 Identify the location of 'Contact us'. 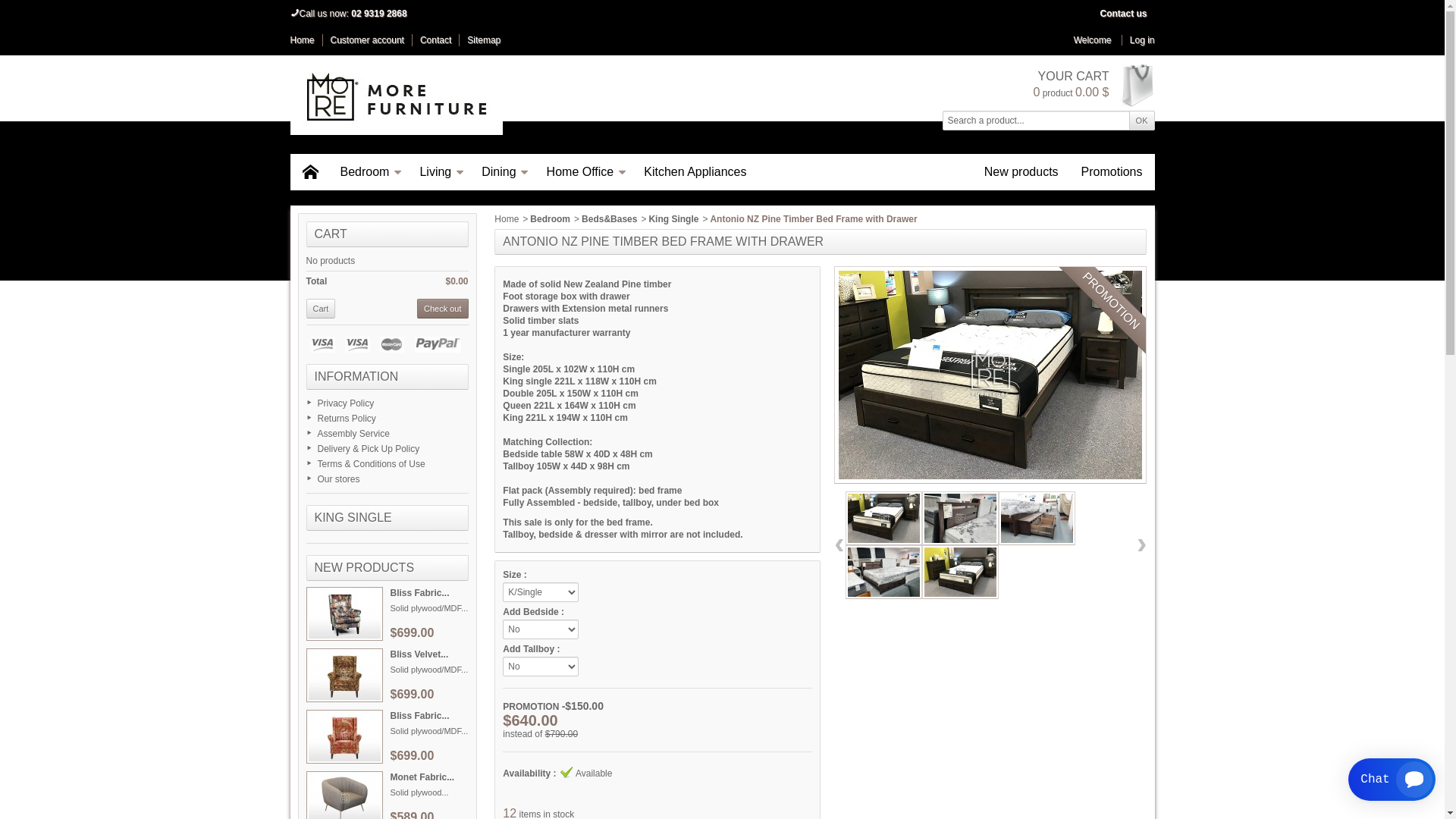
(1123, 14).